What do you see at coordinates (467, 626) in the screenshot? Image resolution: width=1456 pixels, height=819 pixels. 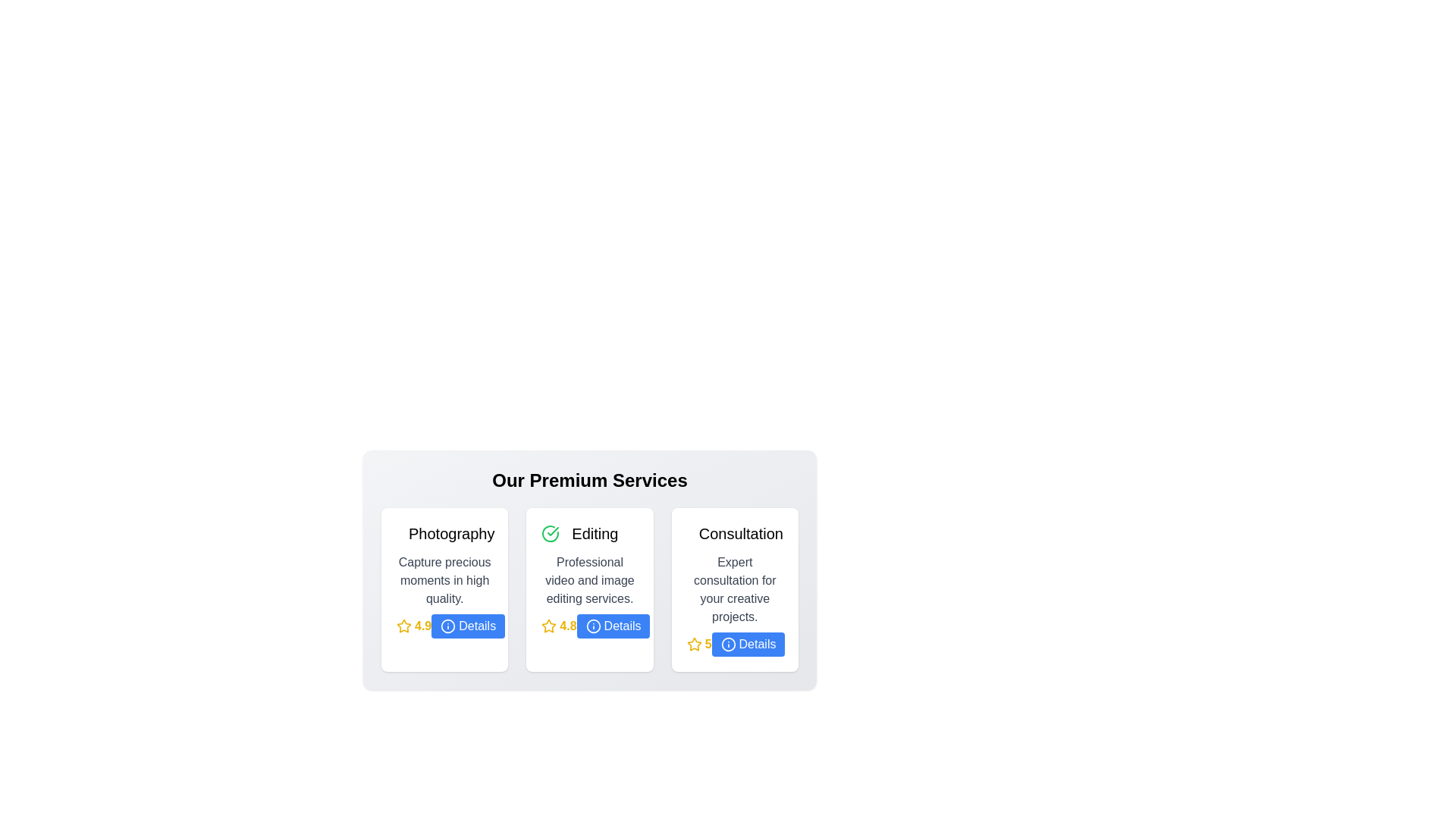 I see `'Details' button for the Photography service` at bounding box center [467, 626].